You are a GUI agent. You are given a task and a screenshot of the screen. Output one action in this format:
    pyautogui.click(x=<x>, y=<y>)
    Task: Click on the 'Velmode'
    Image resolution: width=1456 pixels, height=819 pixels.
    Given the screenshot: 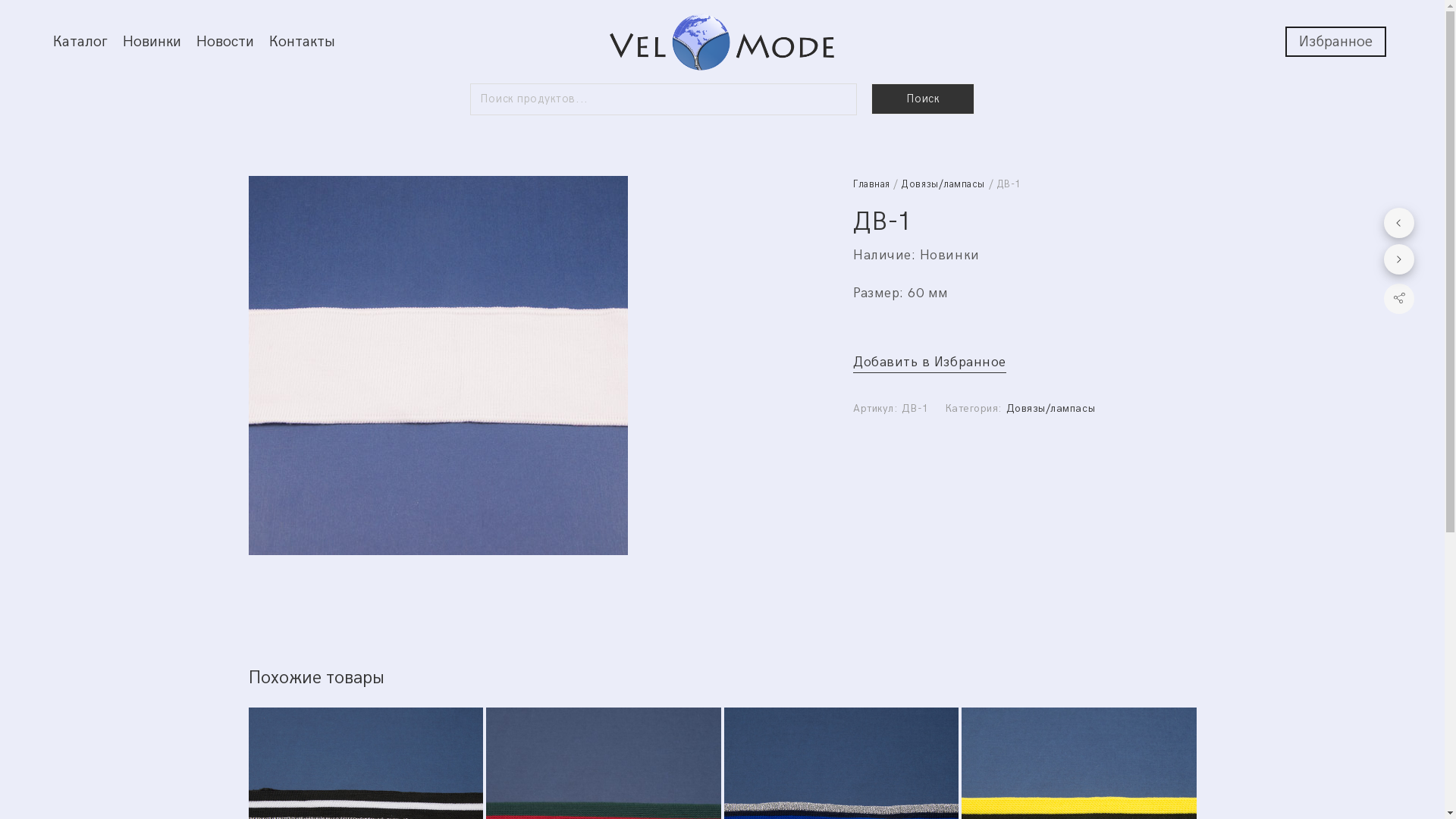 What is the action you would take?
    pyautogui.click(x=720, y=40)
    